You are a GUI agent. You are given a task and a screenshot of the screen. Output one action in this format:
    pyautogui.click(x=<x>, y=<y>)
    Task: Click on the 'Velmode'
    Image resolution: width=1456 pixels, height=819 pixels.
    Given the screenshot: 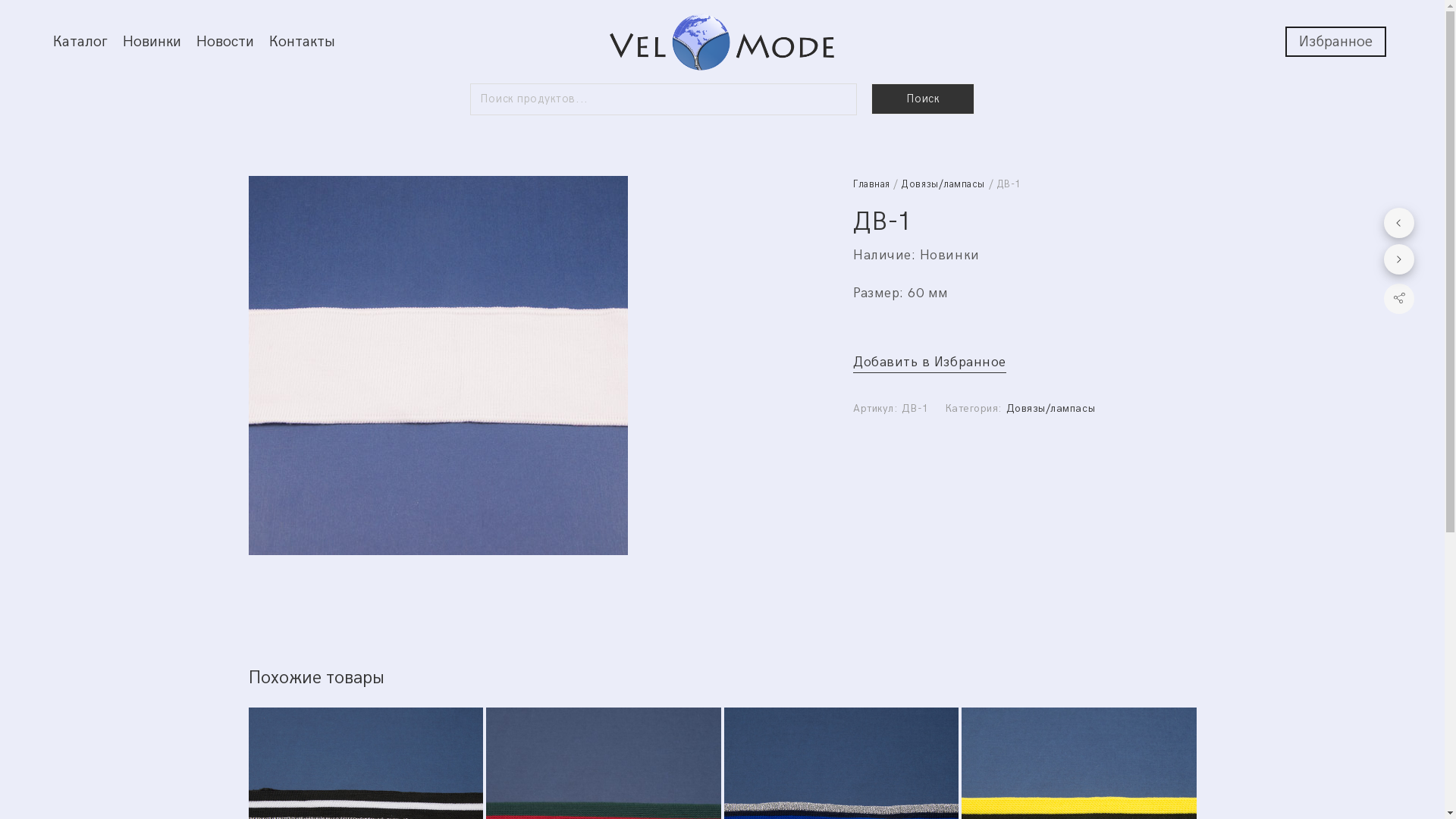 What is the action you would take?
    pyautogui.click(x=720, y=40)
    